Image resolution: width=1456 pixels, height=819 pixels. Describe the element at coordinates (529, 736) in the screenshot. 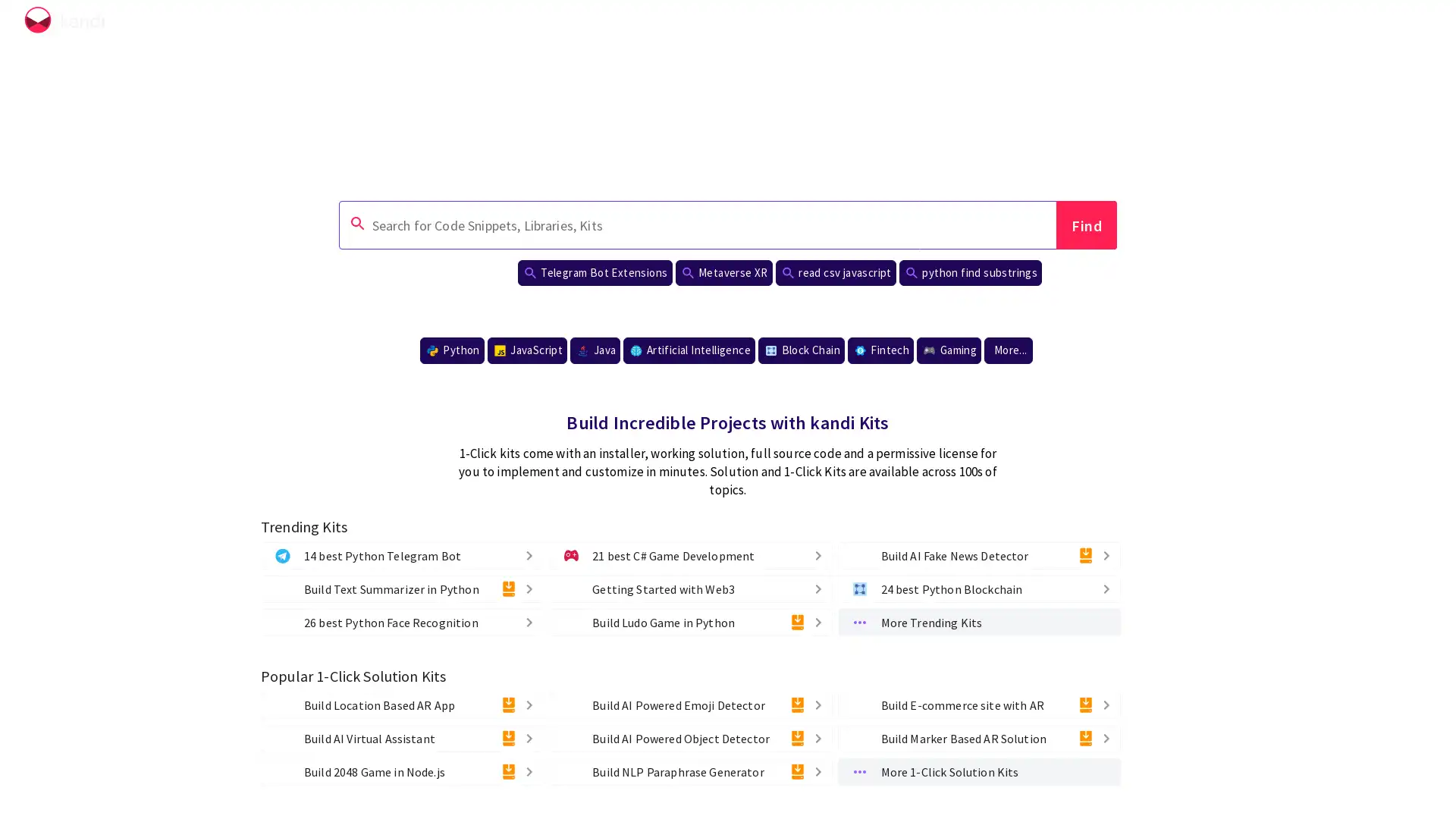

I see `delete` at that location.